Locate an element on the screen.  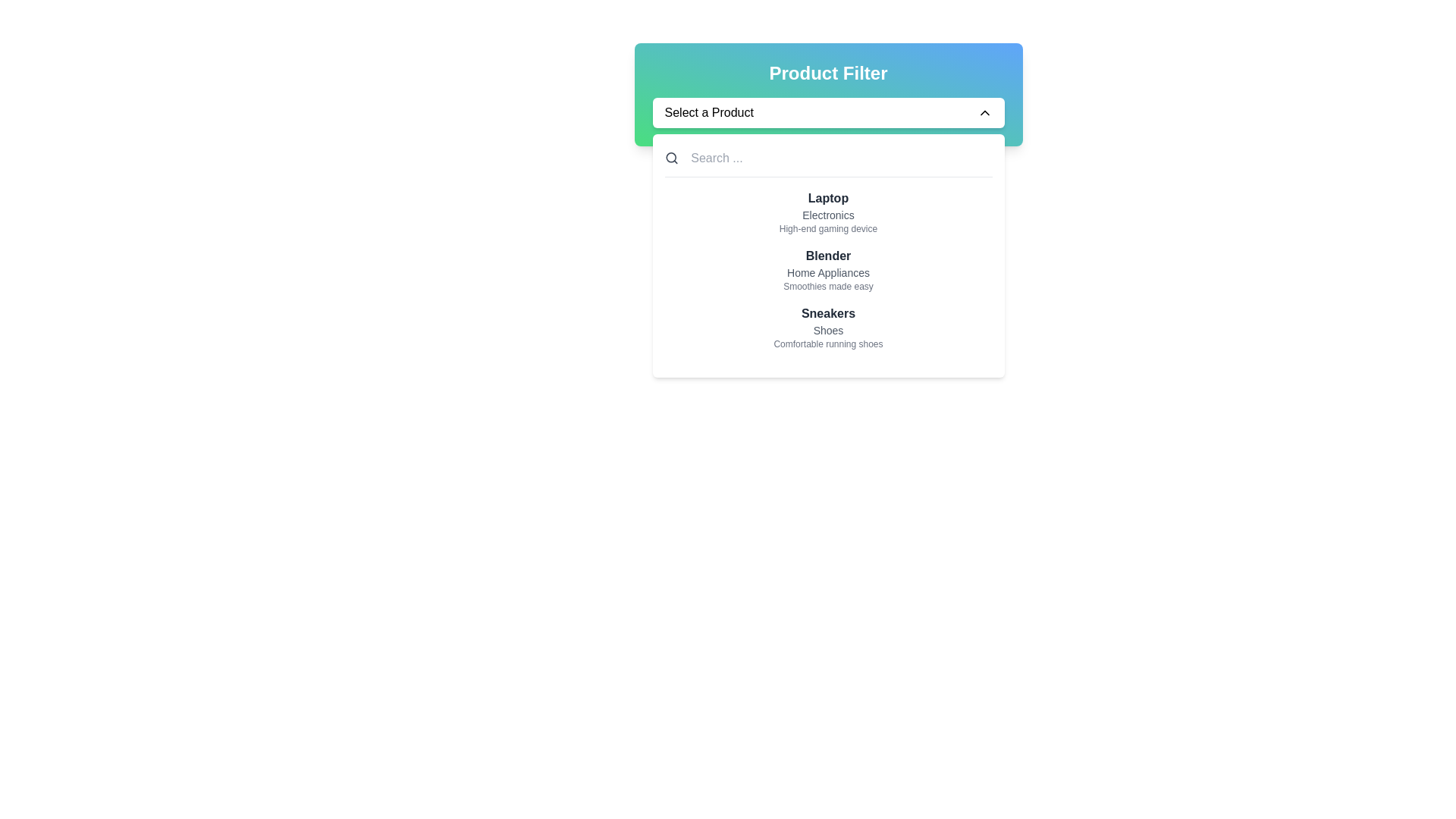
the second option in the dropdown menu for selecting a product category, which is positioned below 'Laptop' and above 'Sneakers', to trigger the hover effect is located at coordinates (827, 268).